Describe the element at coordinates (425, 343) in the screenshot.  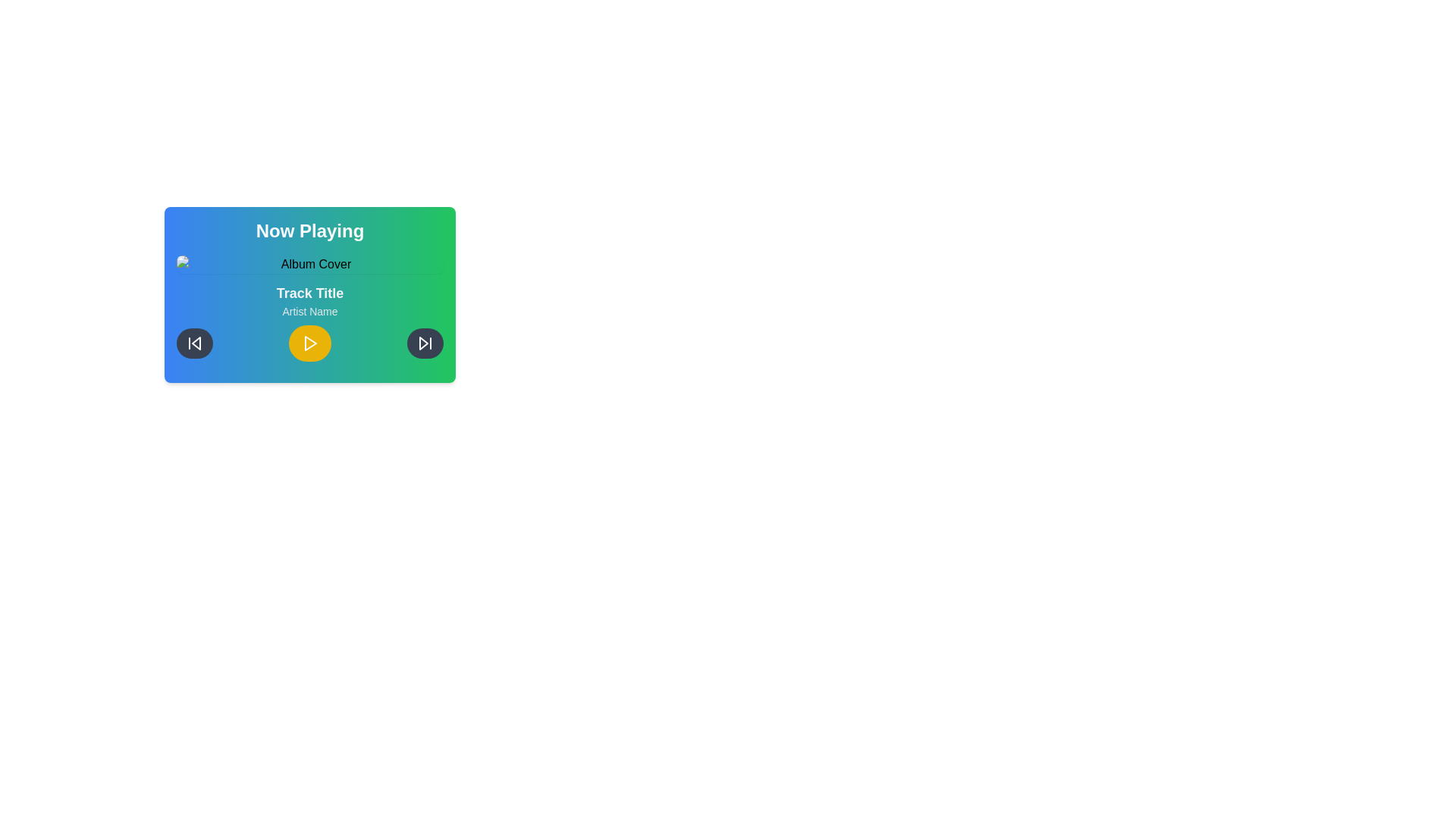
I see `the forward-skip button located in the bottom-right corner of the media player control bar` at that location.